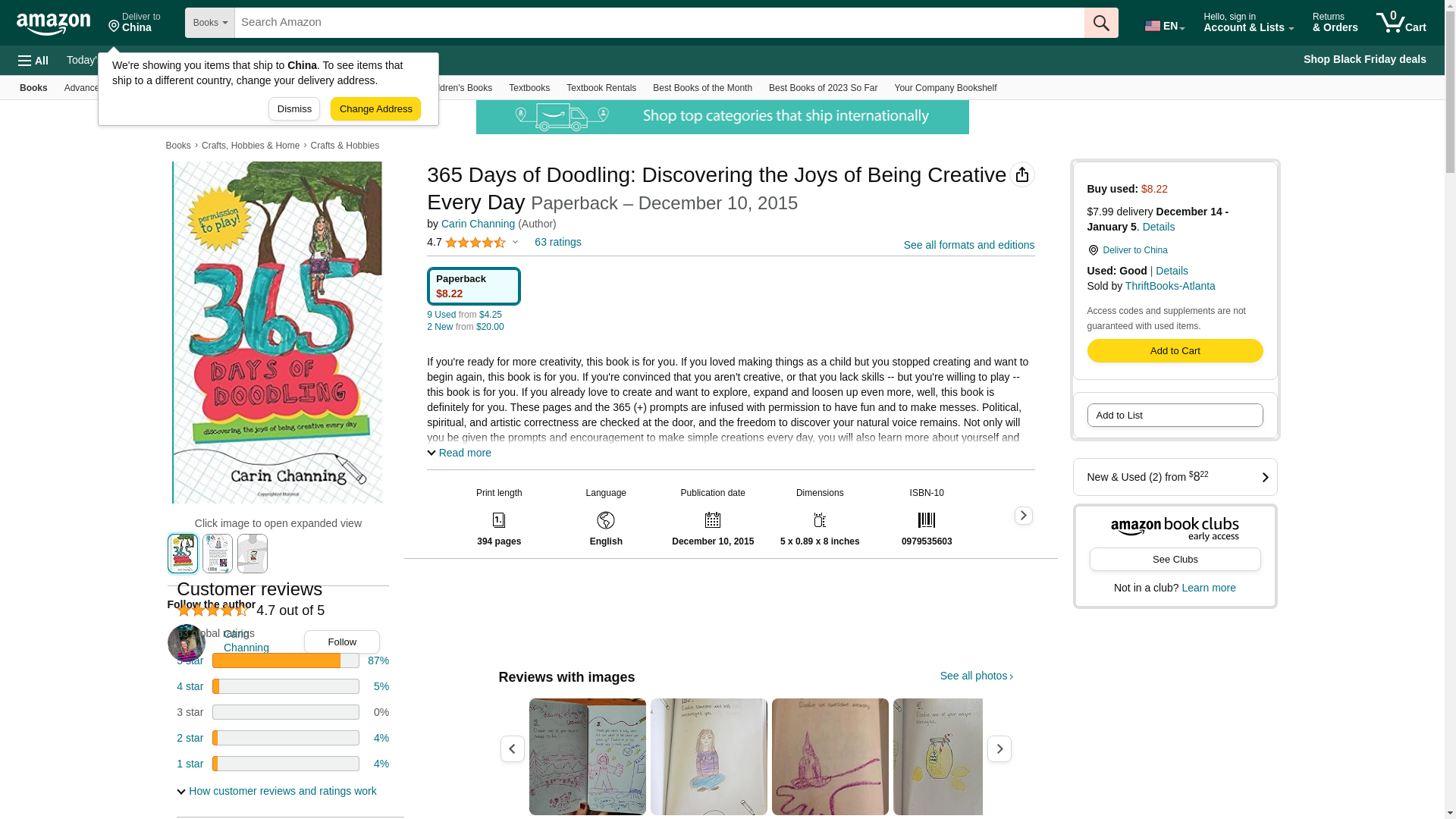 This screenshot has height=819, width=1456. What do you see at coordinates (1196, 23) in the screenshot?
I see `'Hello, sign in` at bounding box center [1196, 23].